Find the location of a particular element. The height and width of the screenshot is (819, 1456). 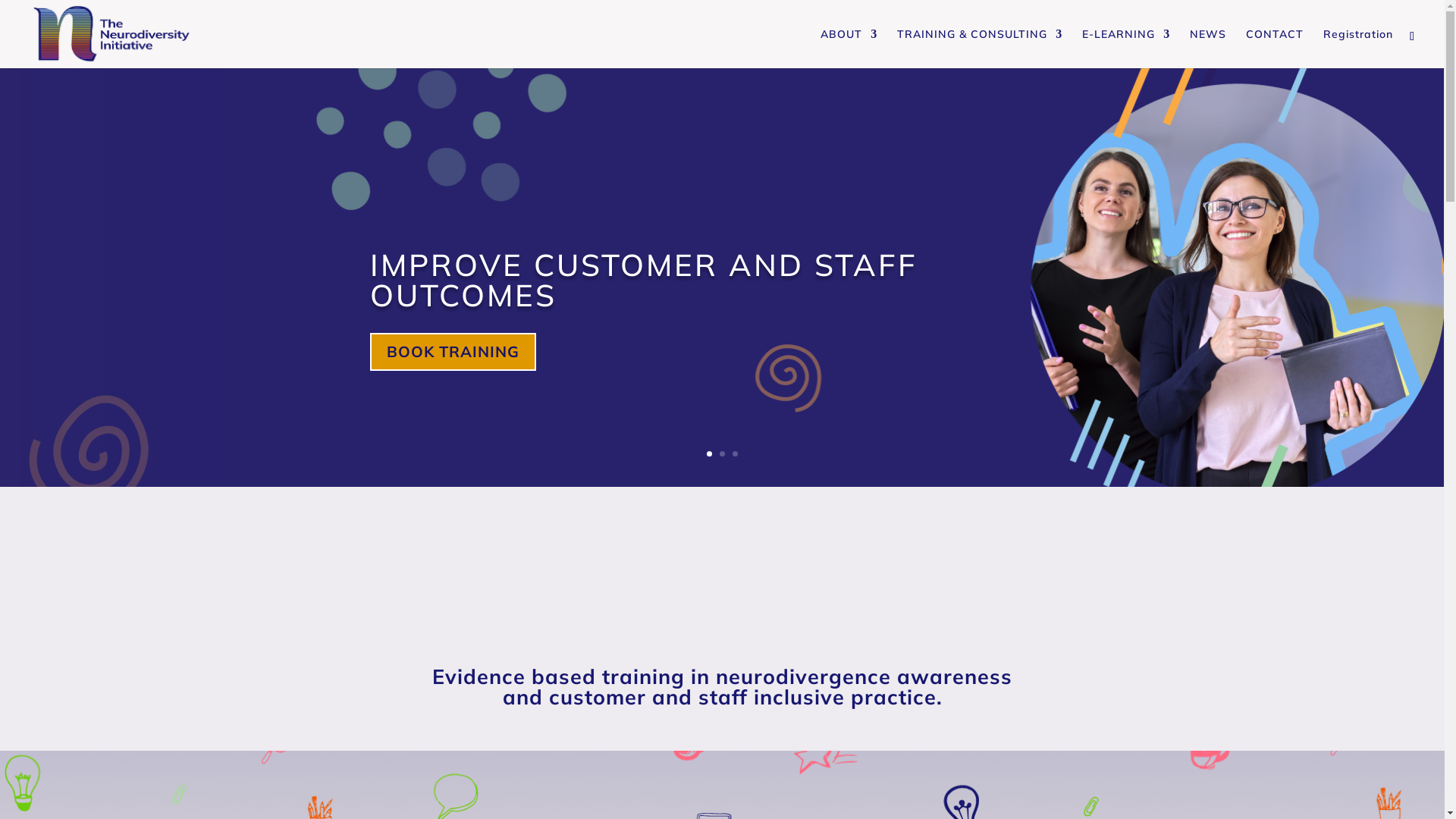

'3' is located at coordinates (735, 453).